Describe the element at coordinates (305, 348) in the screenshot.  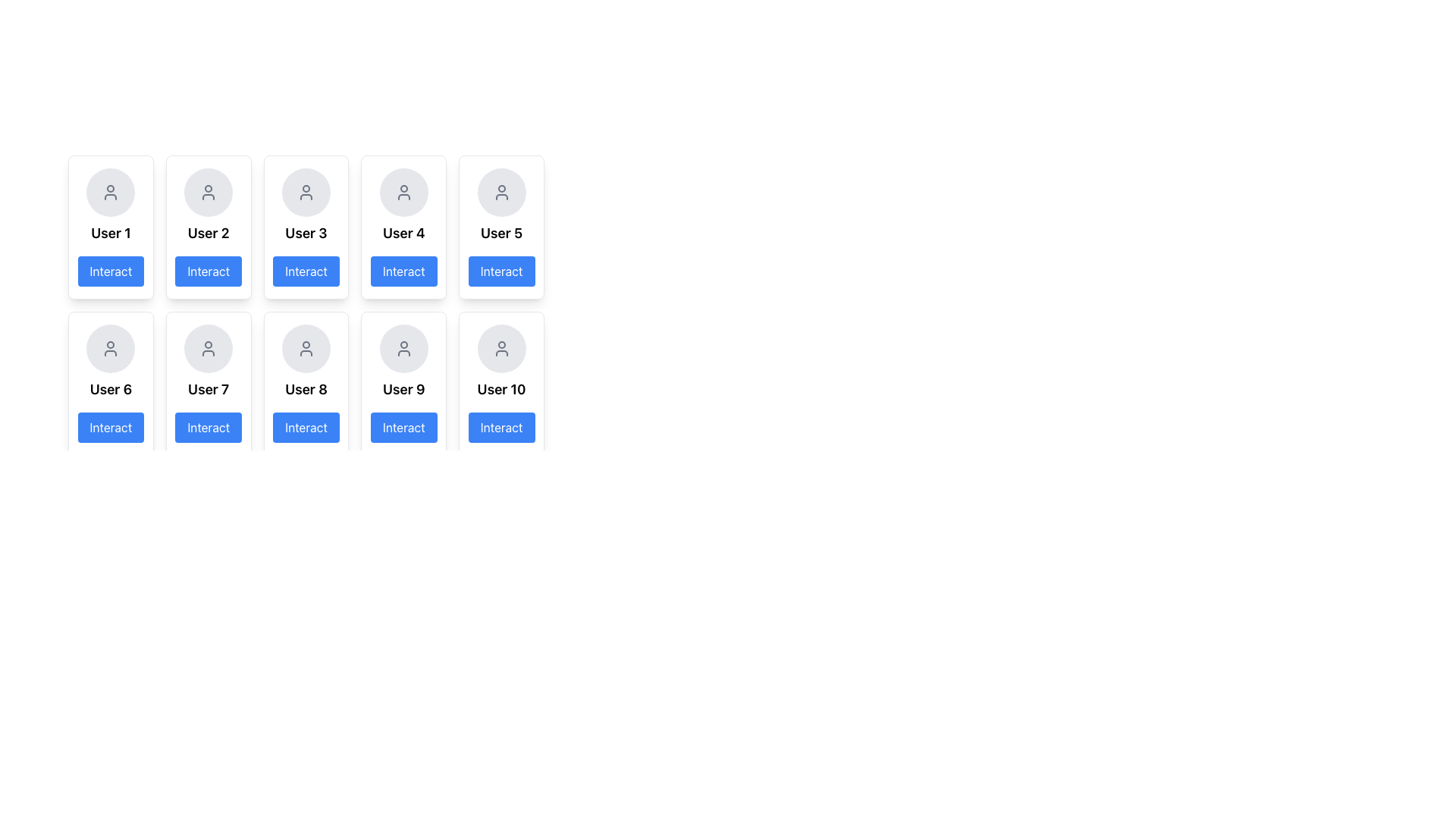
I see `the circular user profile avatar icon with a gray border located in the 'User 8' card, which is positioned above the 'Interact' button` at that location.